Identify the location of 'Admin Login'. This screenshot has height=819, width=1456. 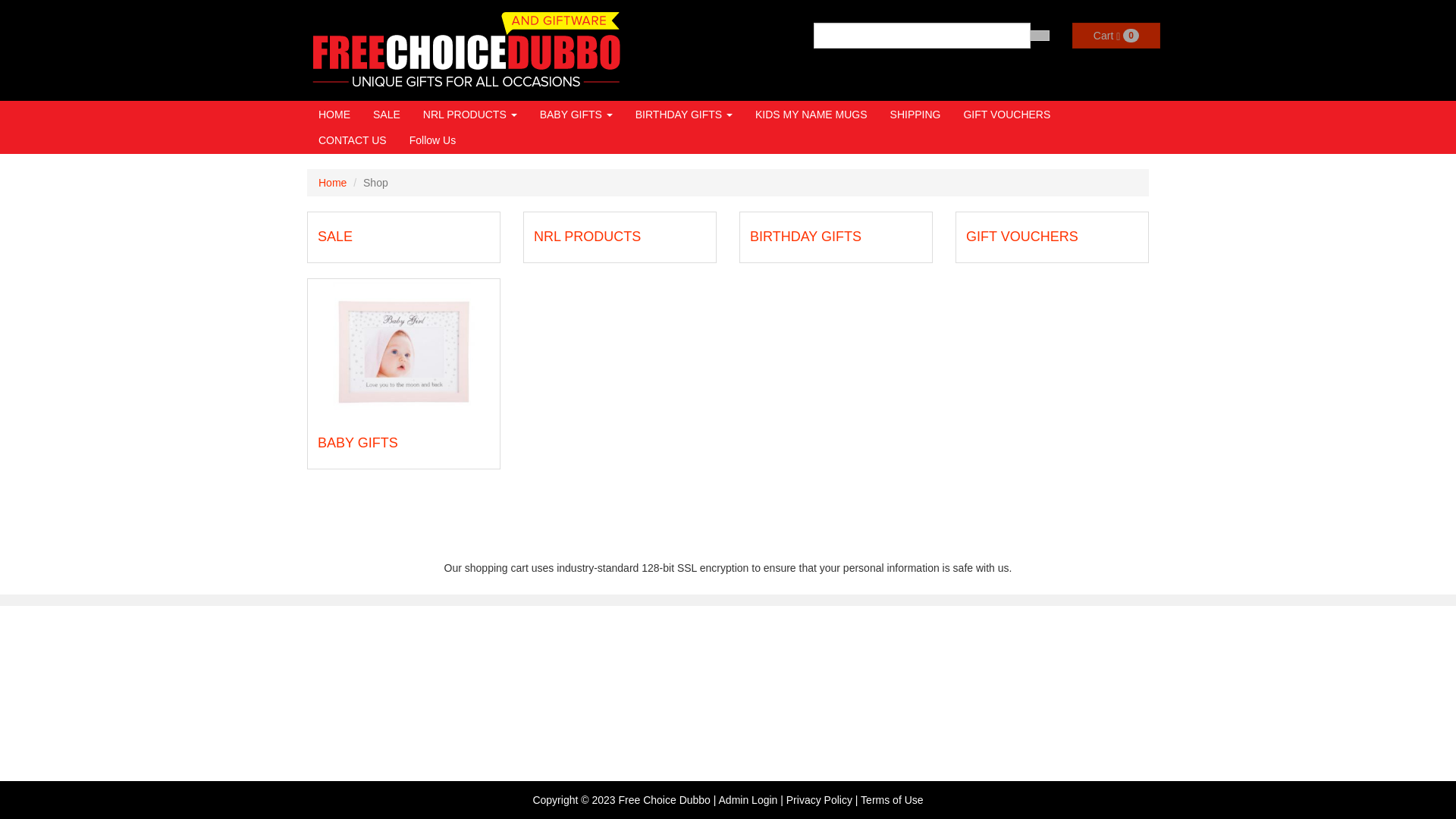
(718, 799).